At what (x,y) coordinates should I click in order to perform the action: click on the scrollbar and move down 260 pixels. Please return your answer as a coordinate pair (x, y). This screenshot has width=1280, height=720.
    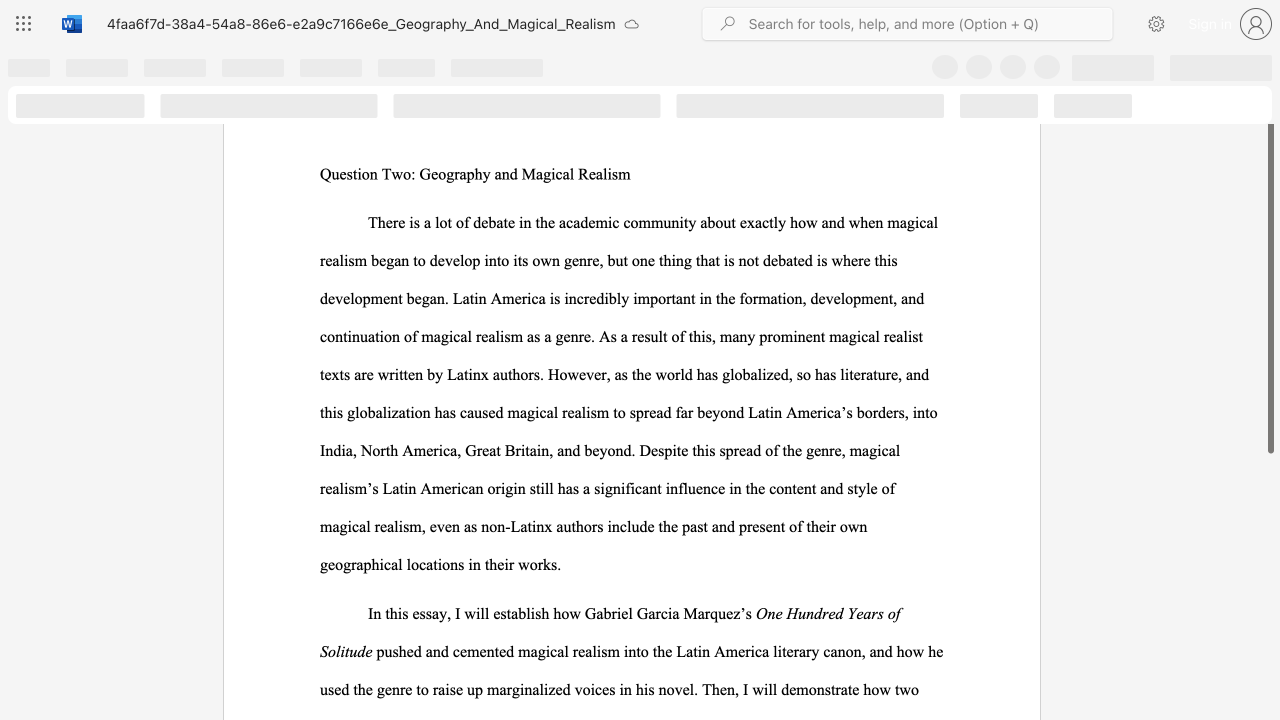
    Looking at the image, I should click on (1269, 255).